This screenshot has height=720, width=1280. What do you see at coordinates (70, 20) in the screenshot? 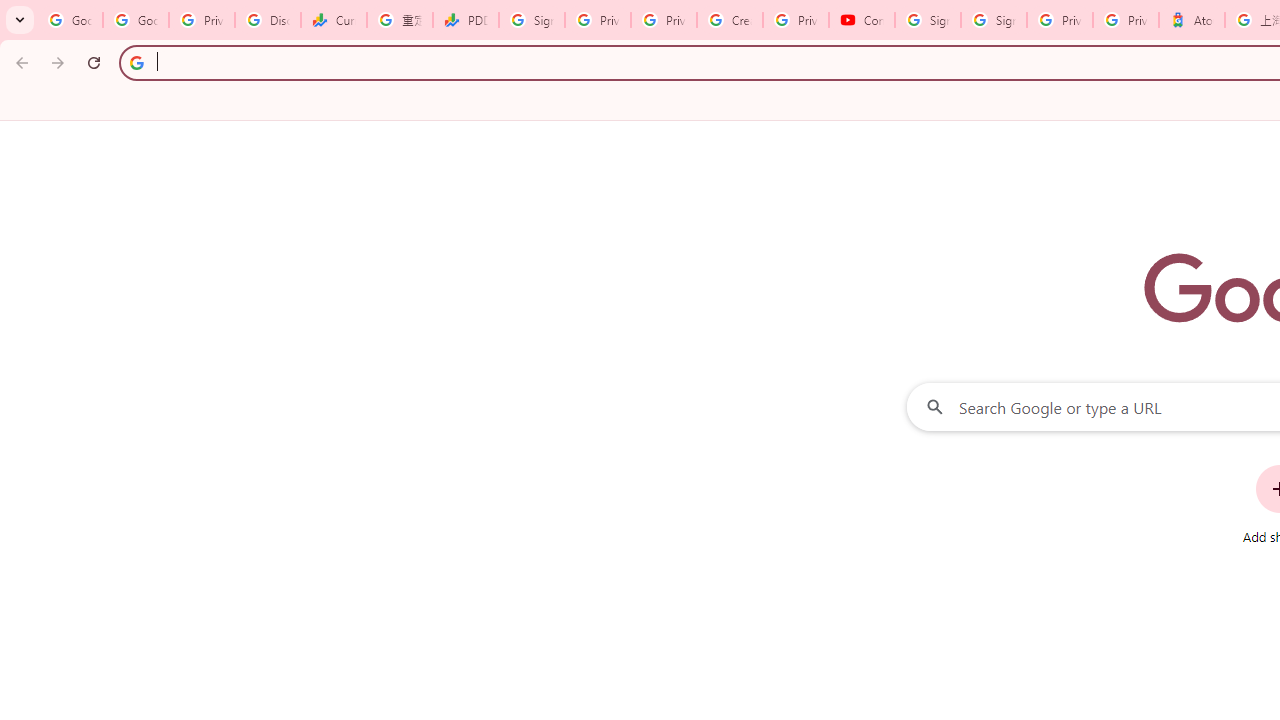
I see `'Google Workspace Admin Community'` at bounding box center [70, 20].